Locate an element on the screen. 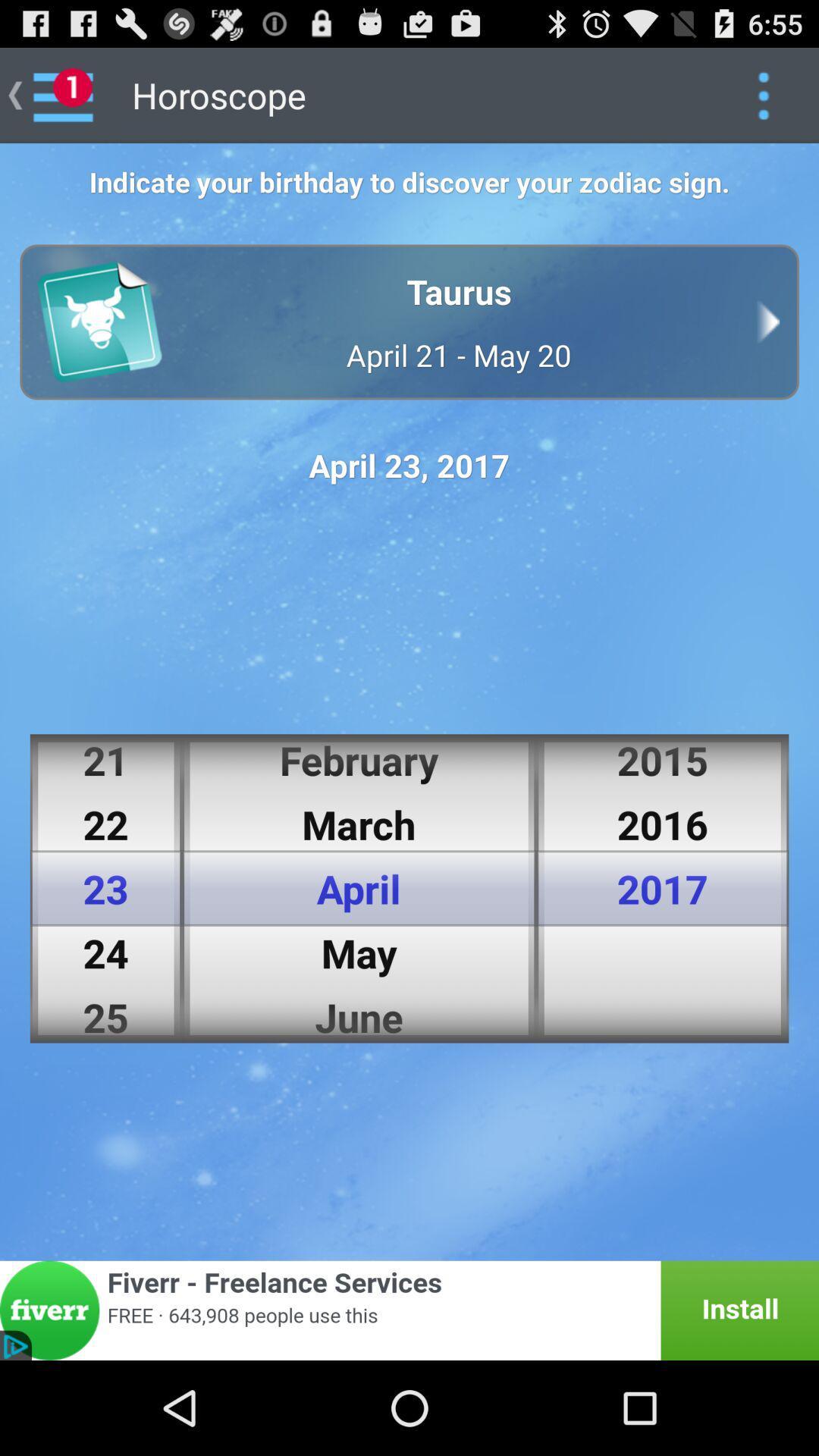 This screenshot has height=1456, width=819. app to the right of horoscope app is located at coordinates (763, 94).